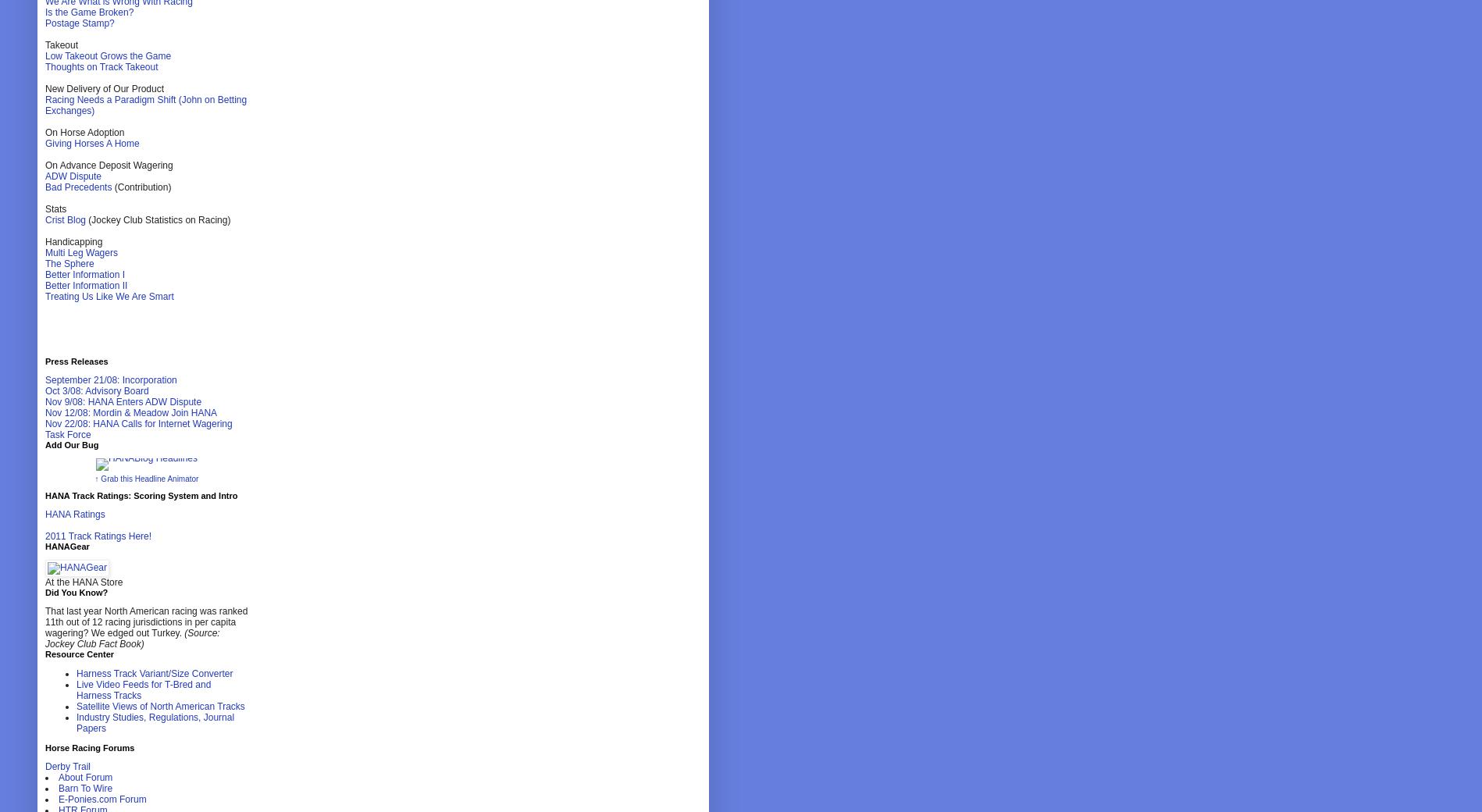  What do you see at coordinates (90, 748) in the screenshot?
I see `'Horse Racing Forums'` at bounding box center [90, 748].